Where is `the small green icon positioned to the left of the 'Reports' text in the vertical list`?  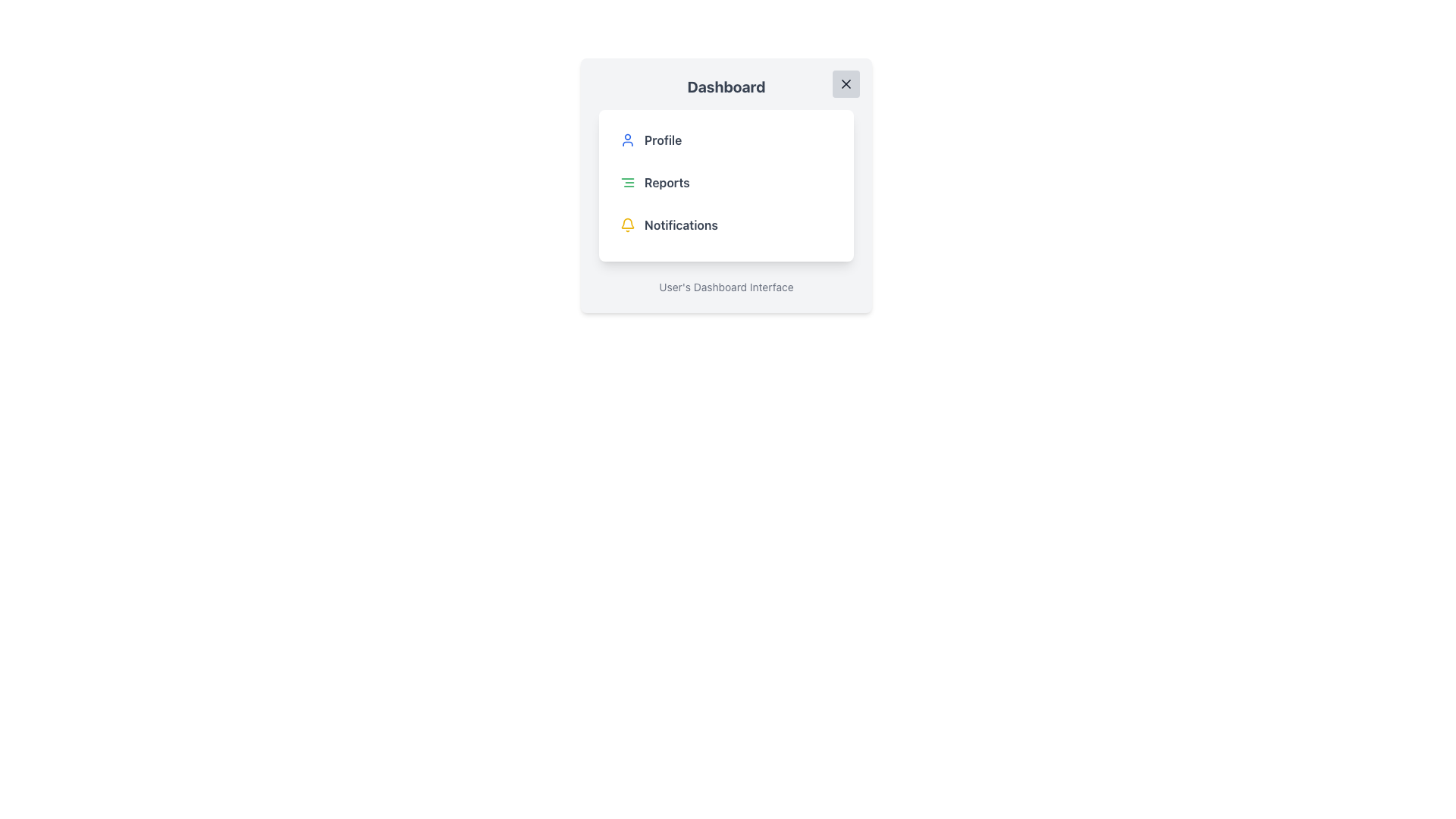 the small green icon positioned to the left of the 'Reports' text in the vertical list is located at coordinates (628, 181).